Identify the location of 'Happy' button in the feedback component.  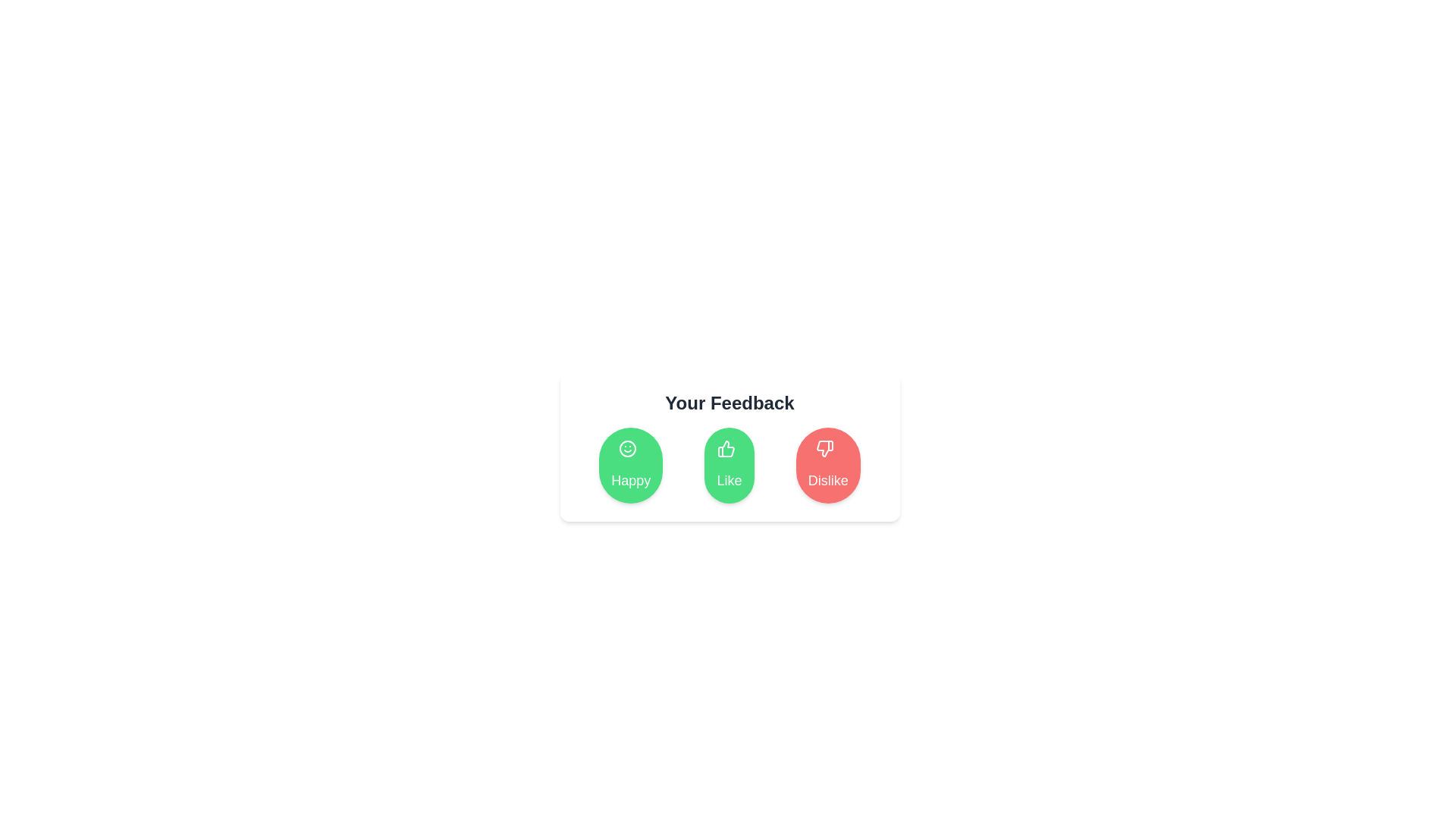
(631, 464).